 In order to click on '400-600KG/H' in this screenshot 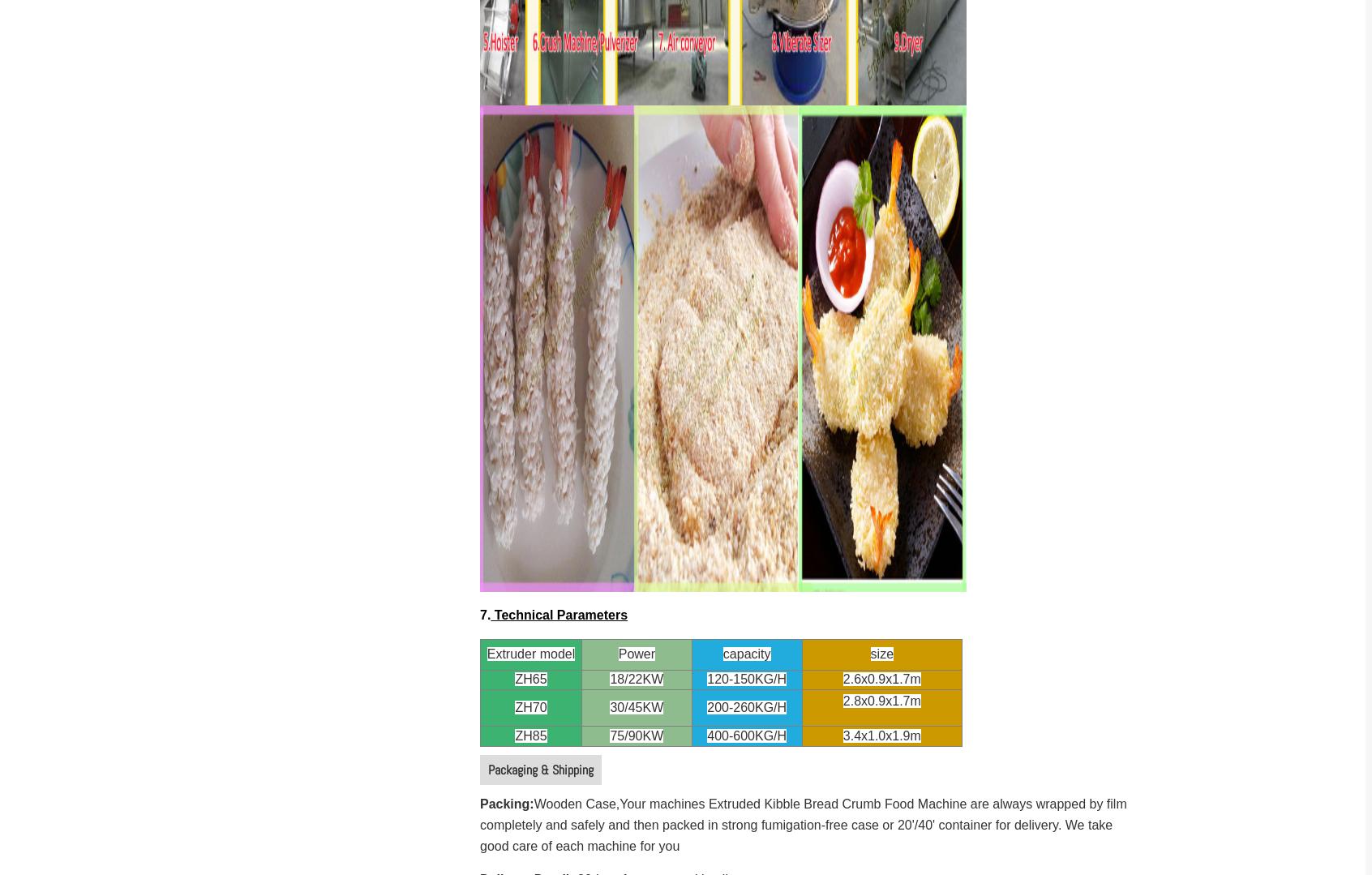, I will do `click(746, 735)`.